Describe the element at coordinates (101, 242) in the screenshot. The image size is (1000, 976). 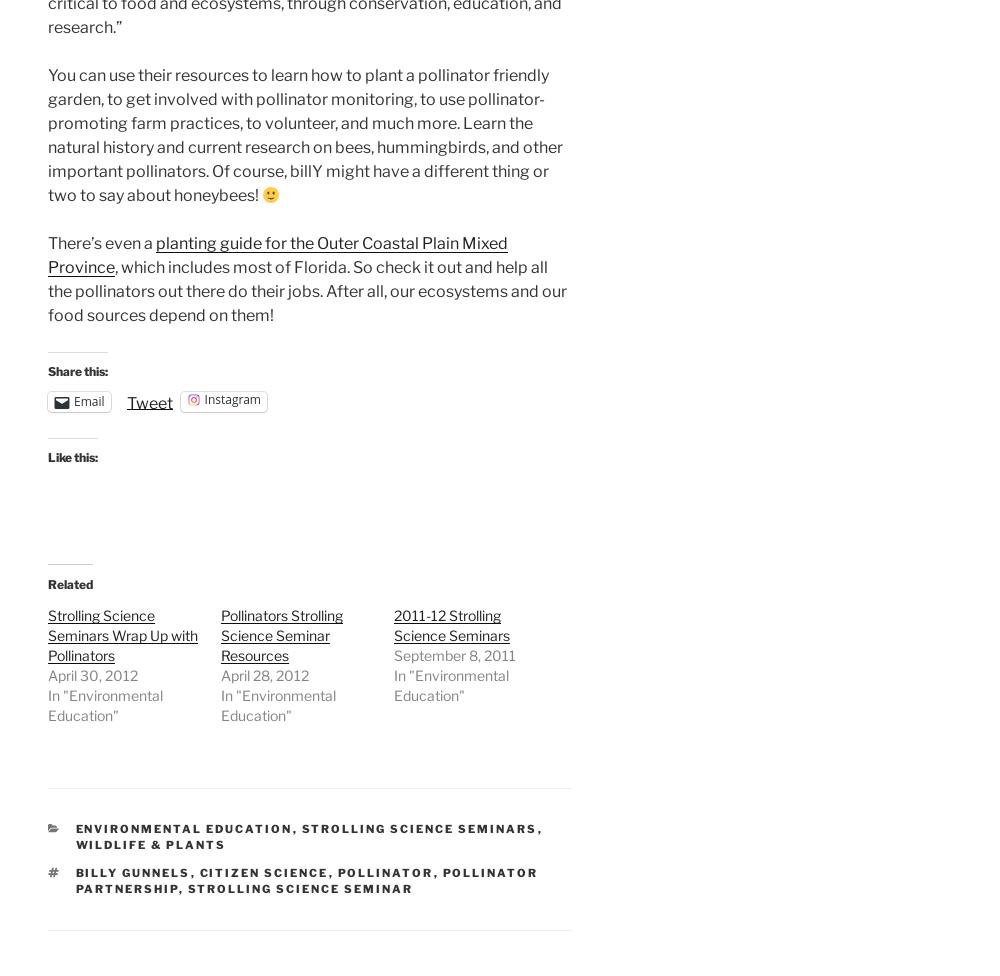
I see `'There’s even a'` at that location.